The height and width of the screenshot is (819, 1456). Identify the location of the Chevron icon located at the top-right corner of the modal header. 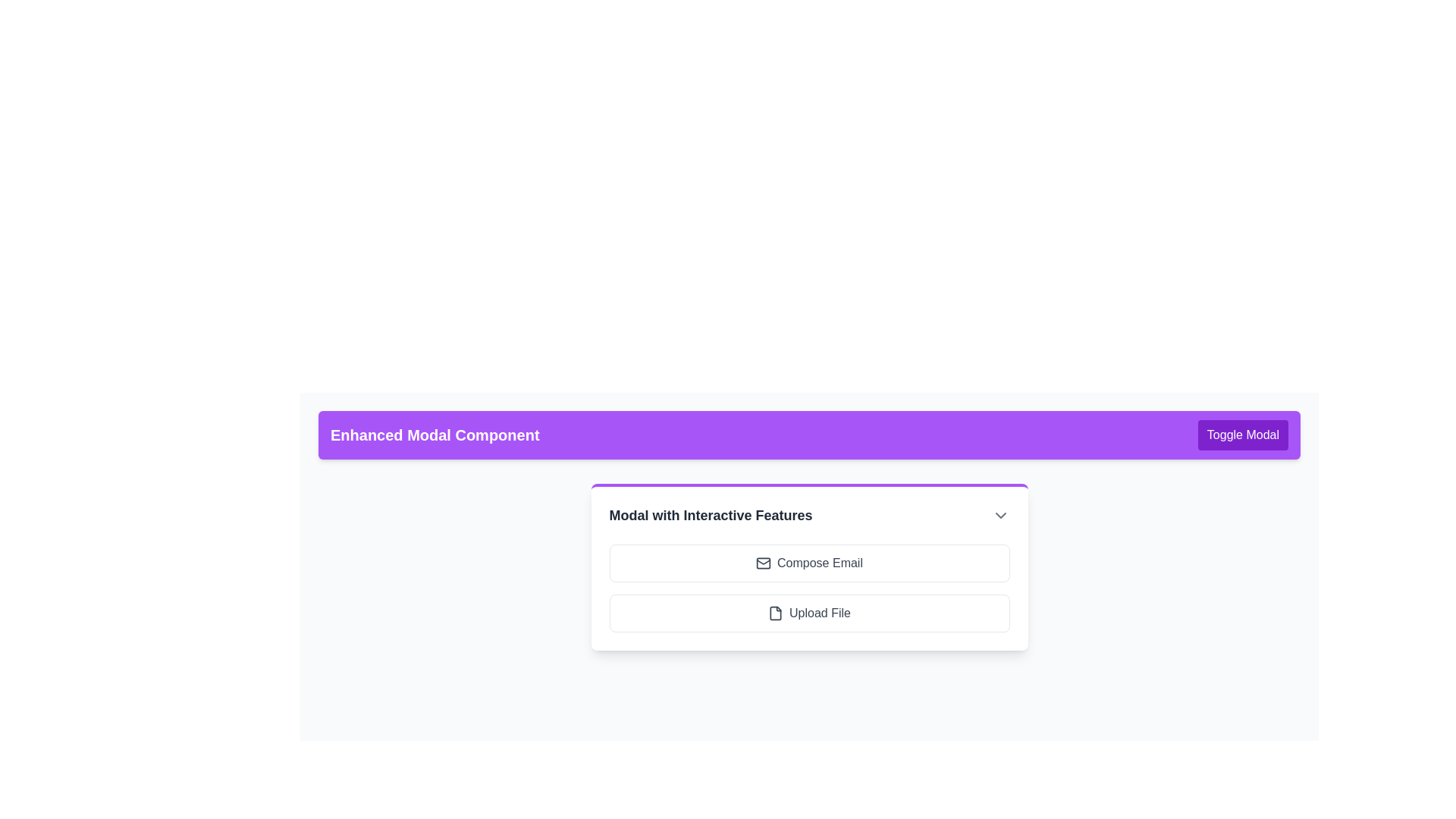
(1000, 514).